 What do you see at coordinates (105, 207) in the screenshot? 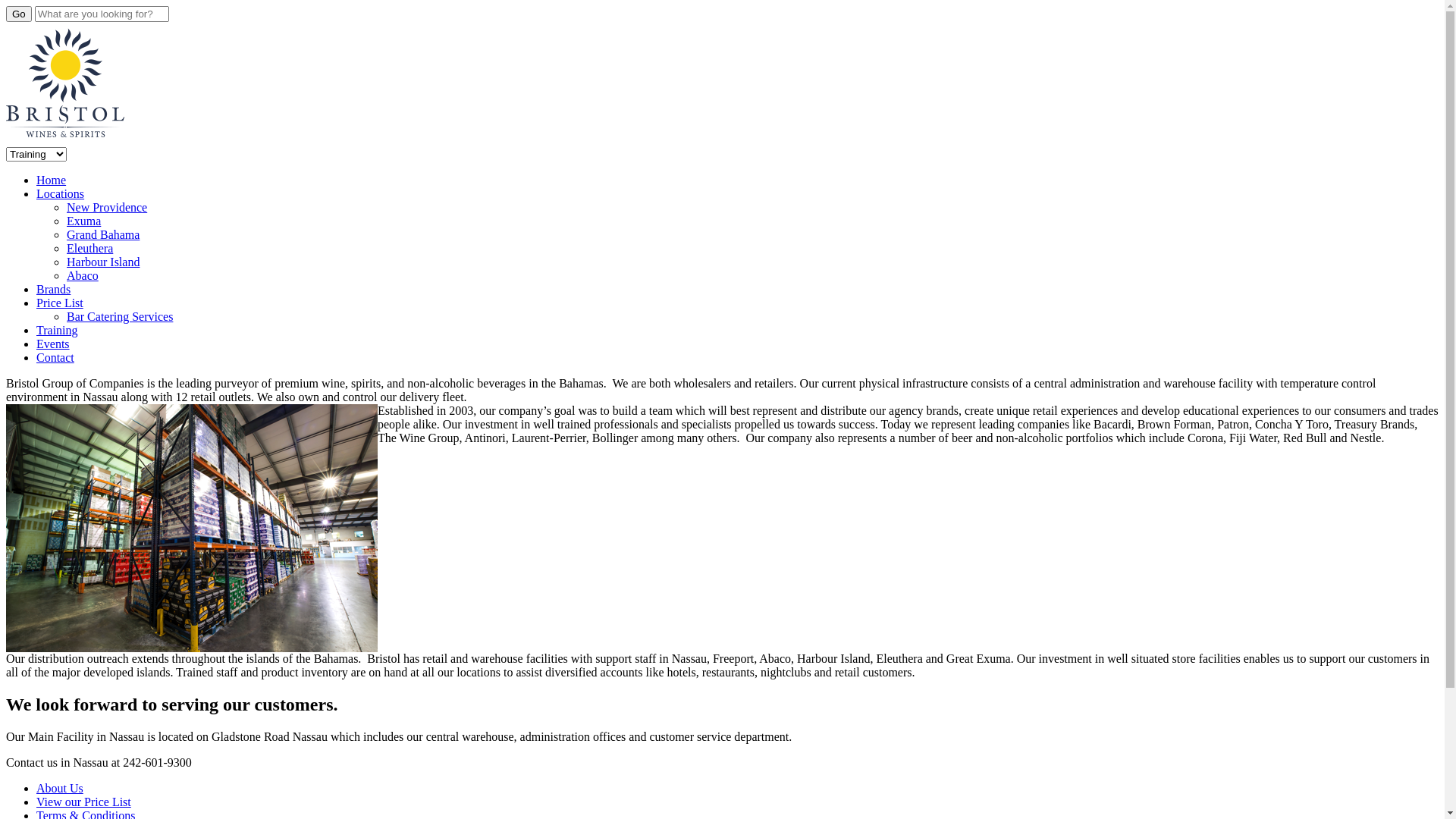
I see `'New Providence'` at bounding box center [105, 207].